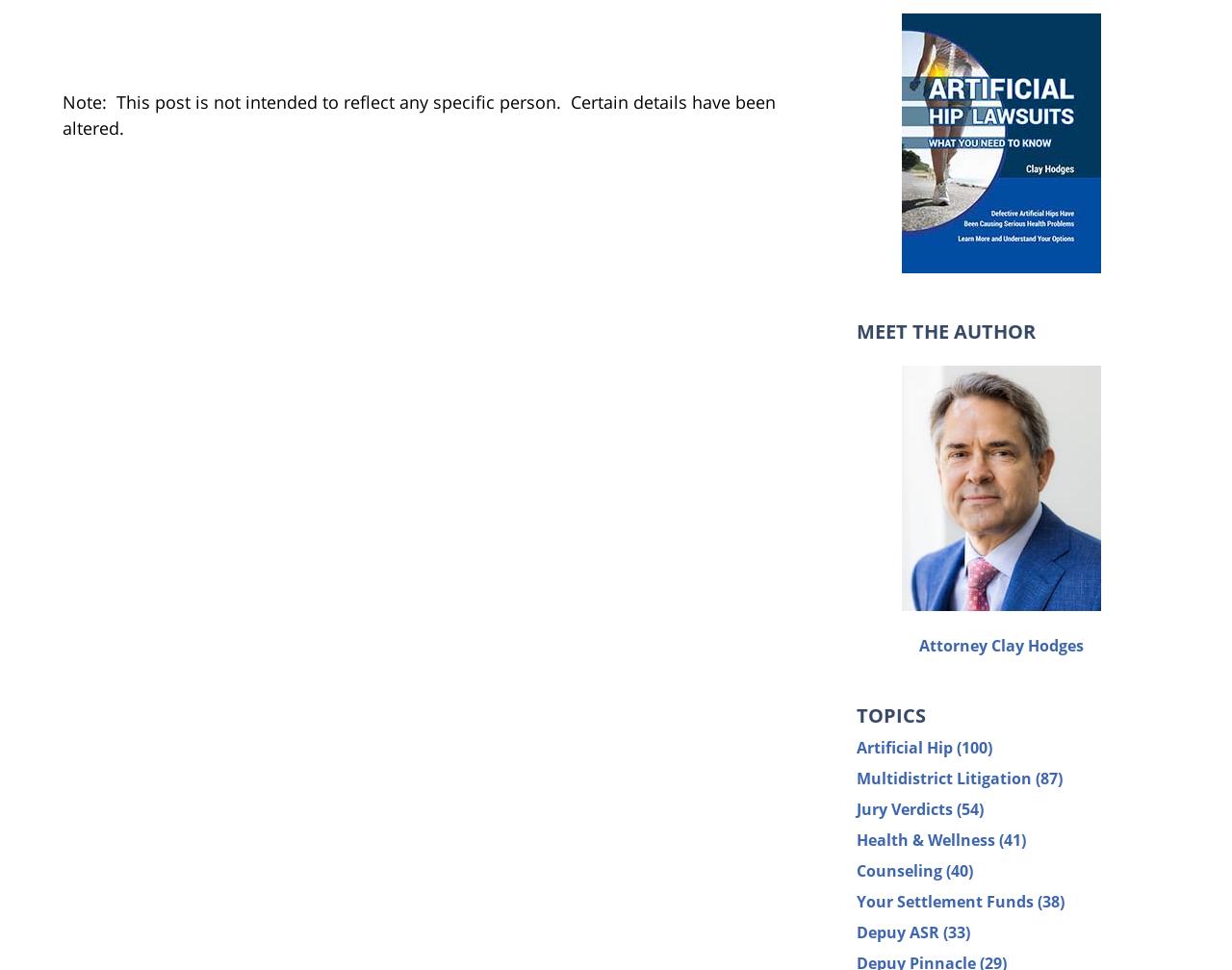  I want to click on 'Health & Wellness', so click(927, 839).